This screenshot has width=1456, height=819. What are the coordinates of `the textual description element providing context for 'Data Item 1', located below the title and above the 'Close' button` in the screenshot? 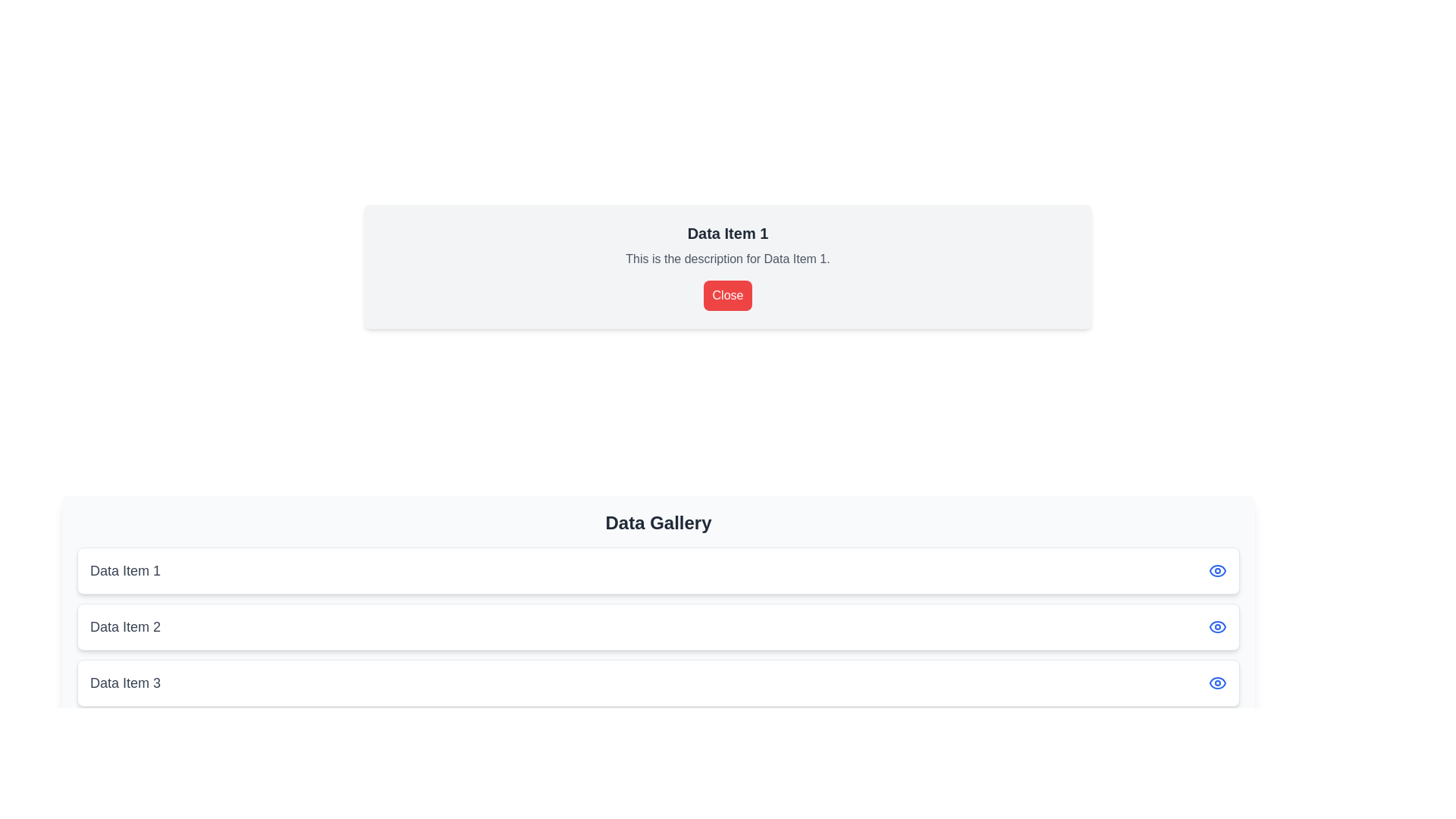 It's located at (728, 259).